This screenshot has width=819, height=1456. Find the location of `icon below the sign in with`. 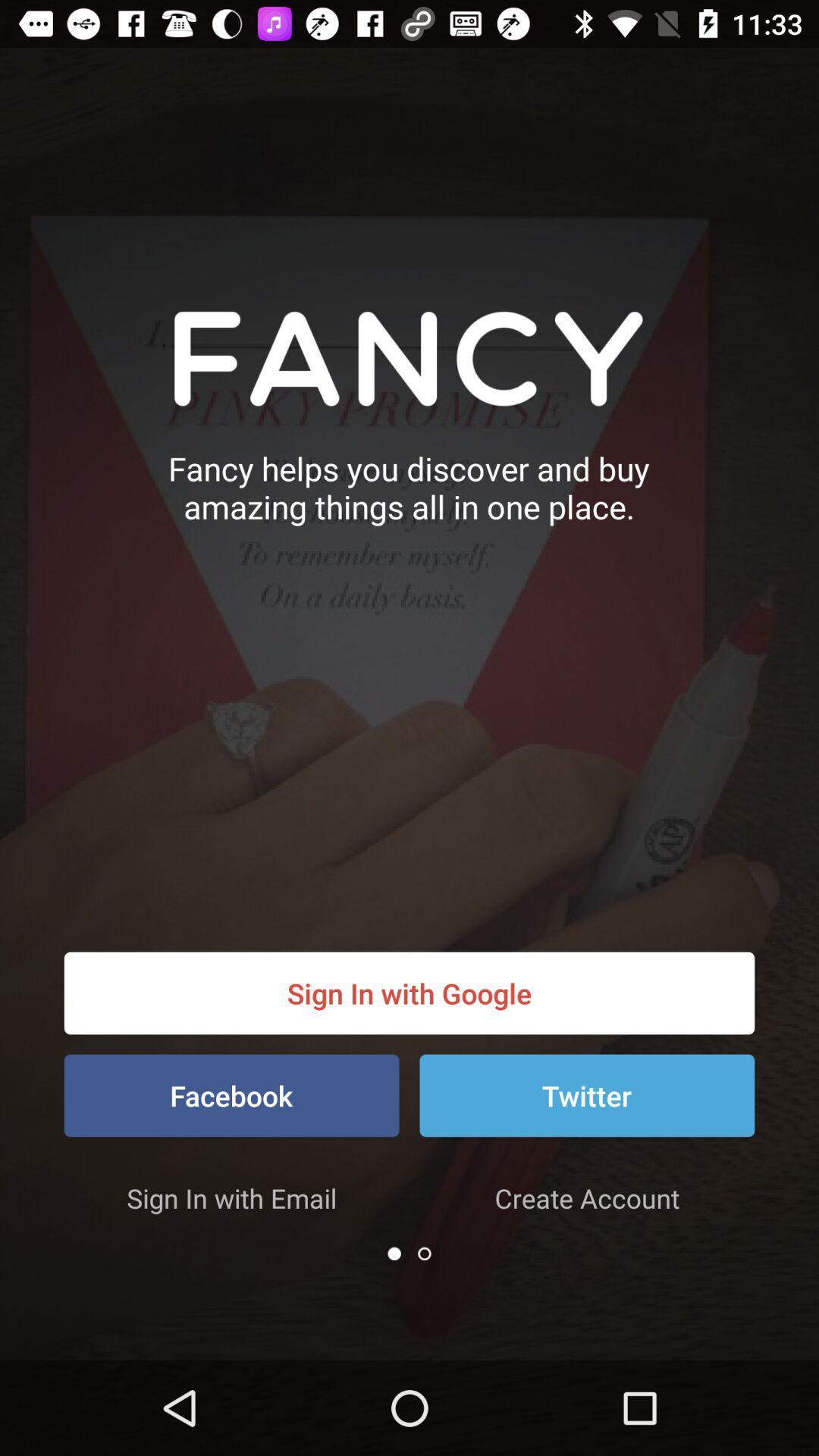

icon below the sign in with is located at coordinates (394, 1254).